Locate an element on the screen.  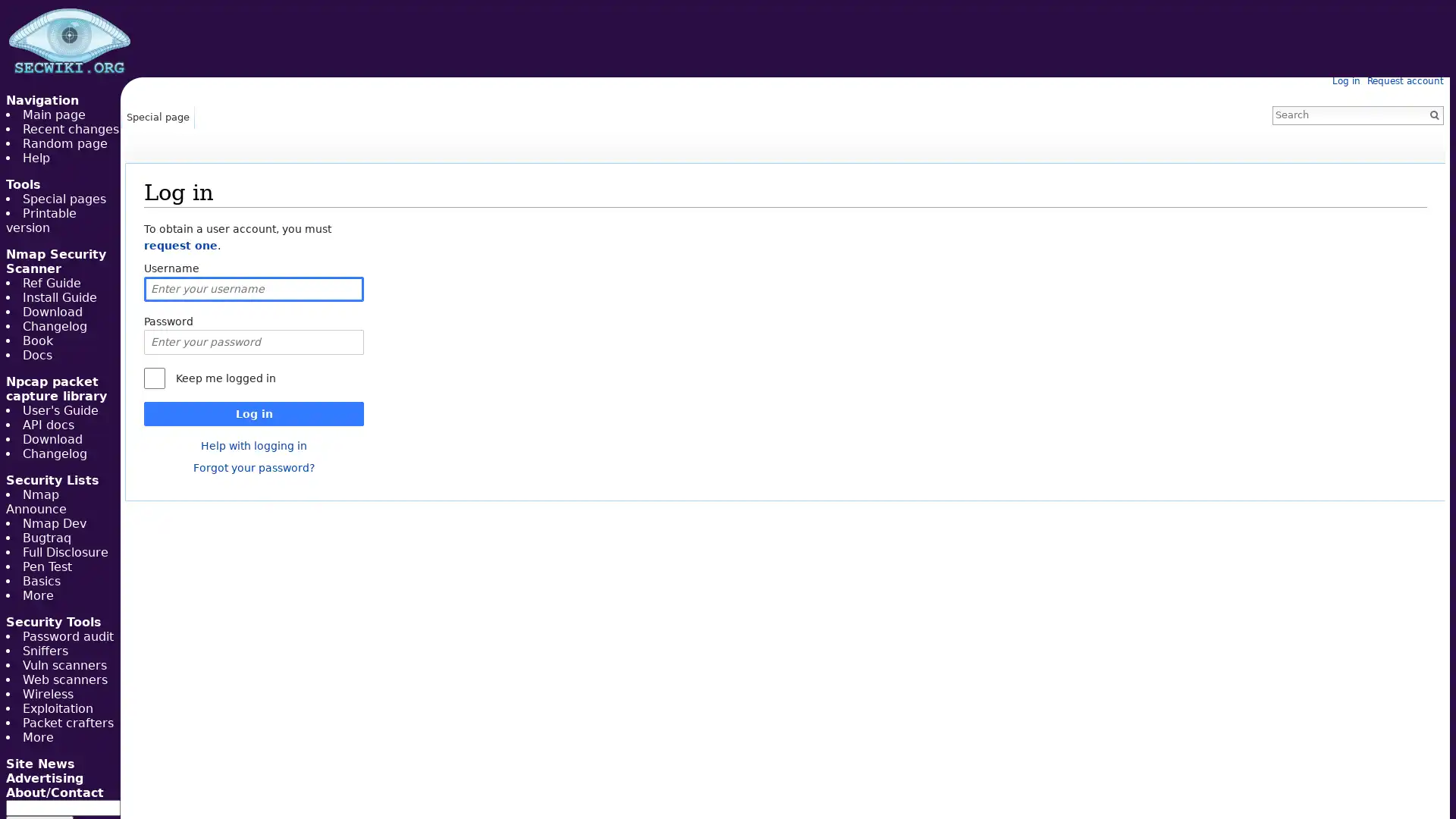
Go is located at coordinates (1433, 114).